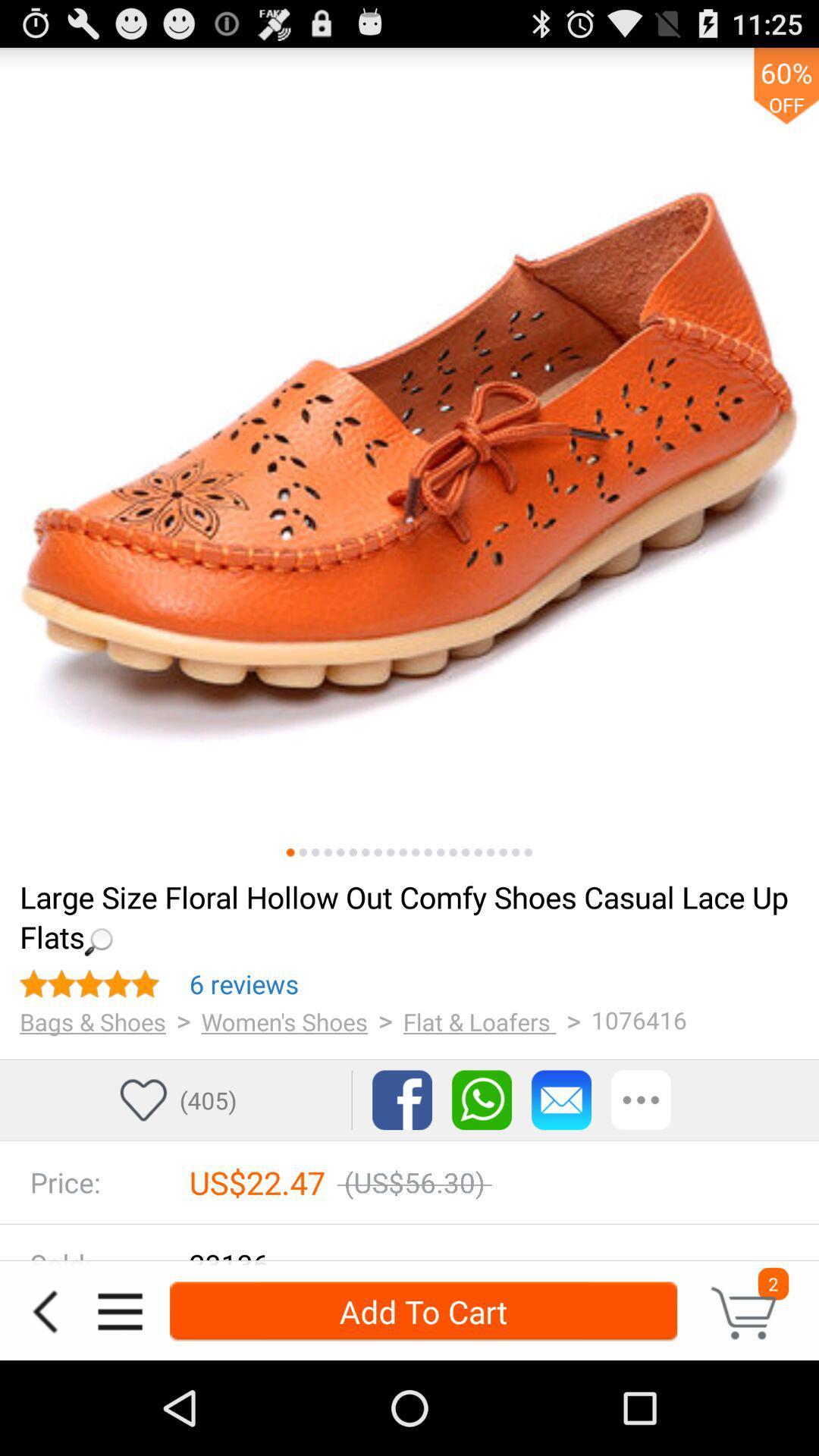  I want to click on image, so click(416, 852).